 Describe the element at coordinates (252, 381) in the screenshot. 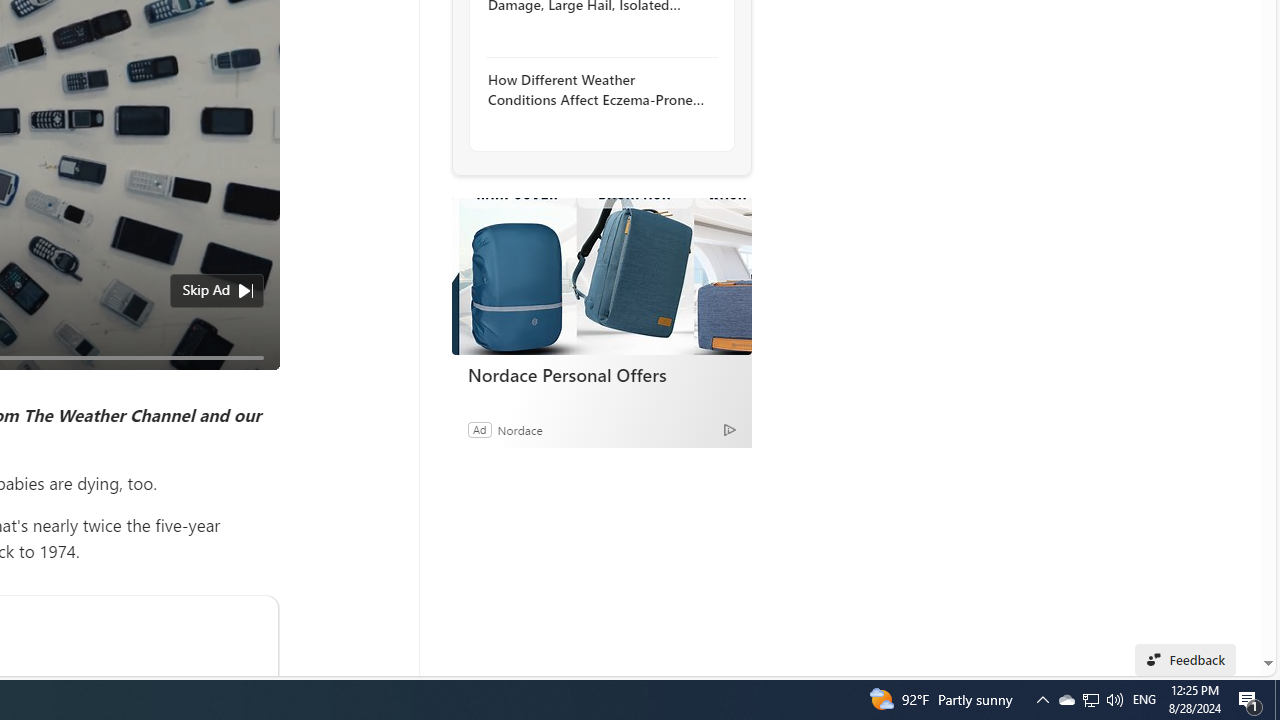

I see `'Unmute'` at that location.